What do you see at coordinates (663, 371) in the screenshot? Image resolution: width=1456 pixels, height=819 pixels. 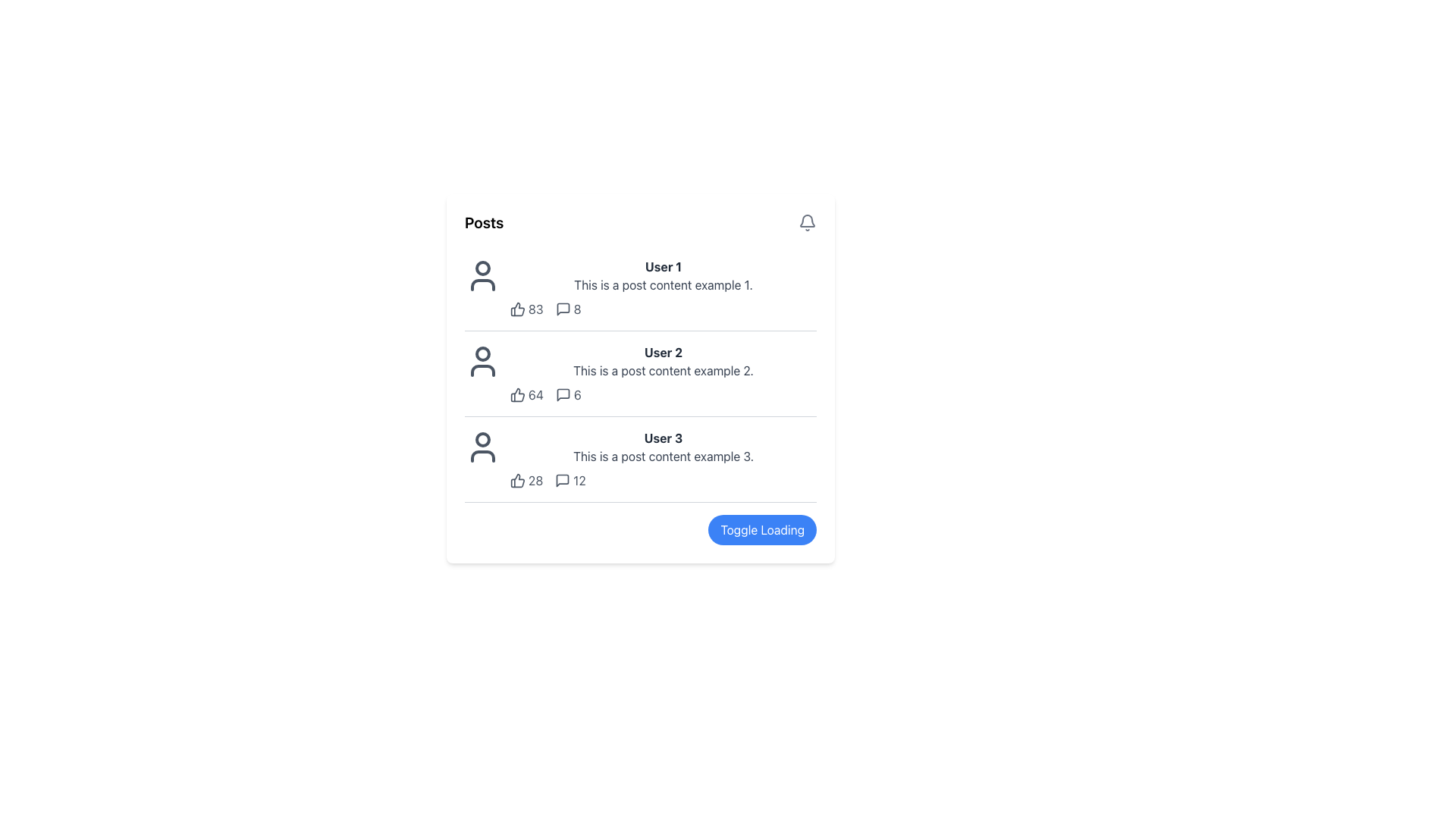 I see `the main content text of the second post, which is located directly below 'User 2' and above interaction counts, to interact with it` at bounding box center [663, 371].